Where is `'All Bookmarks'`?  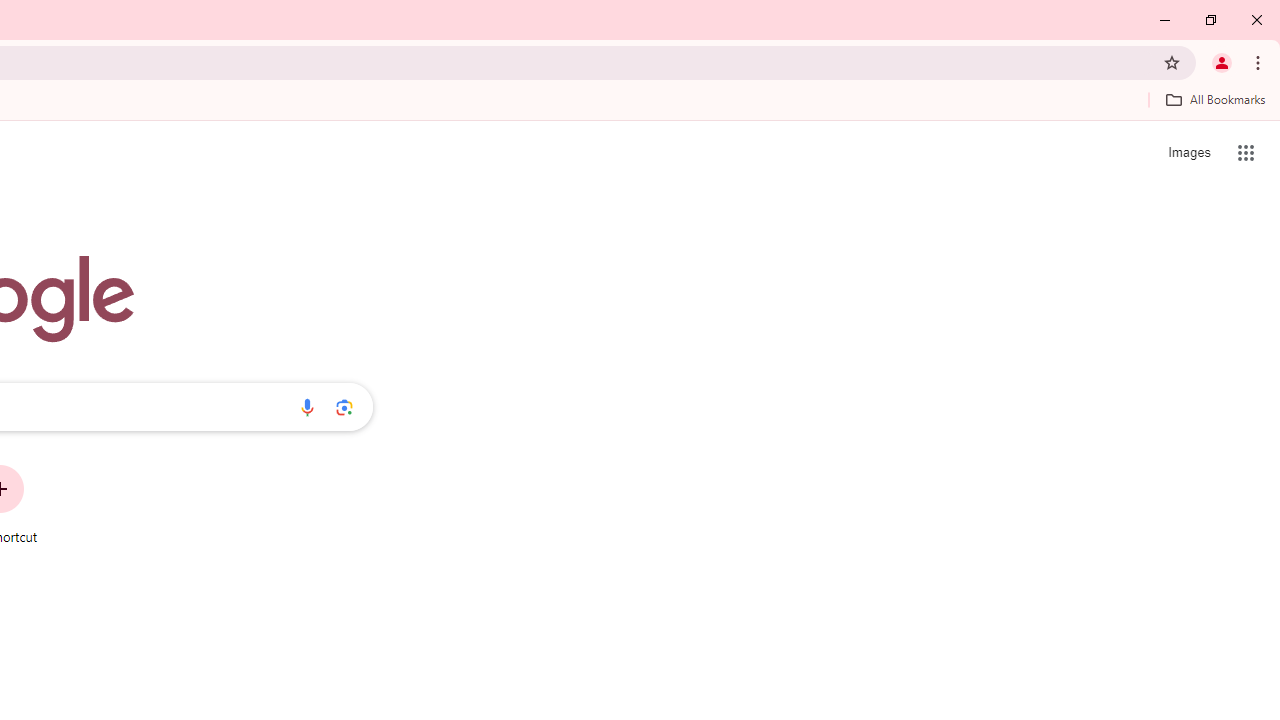 'All Bookmarks' is located at coordinates (1214, 99).